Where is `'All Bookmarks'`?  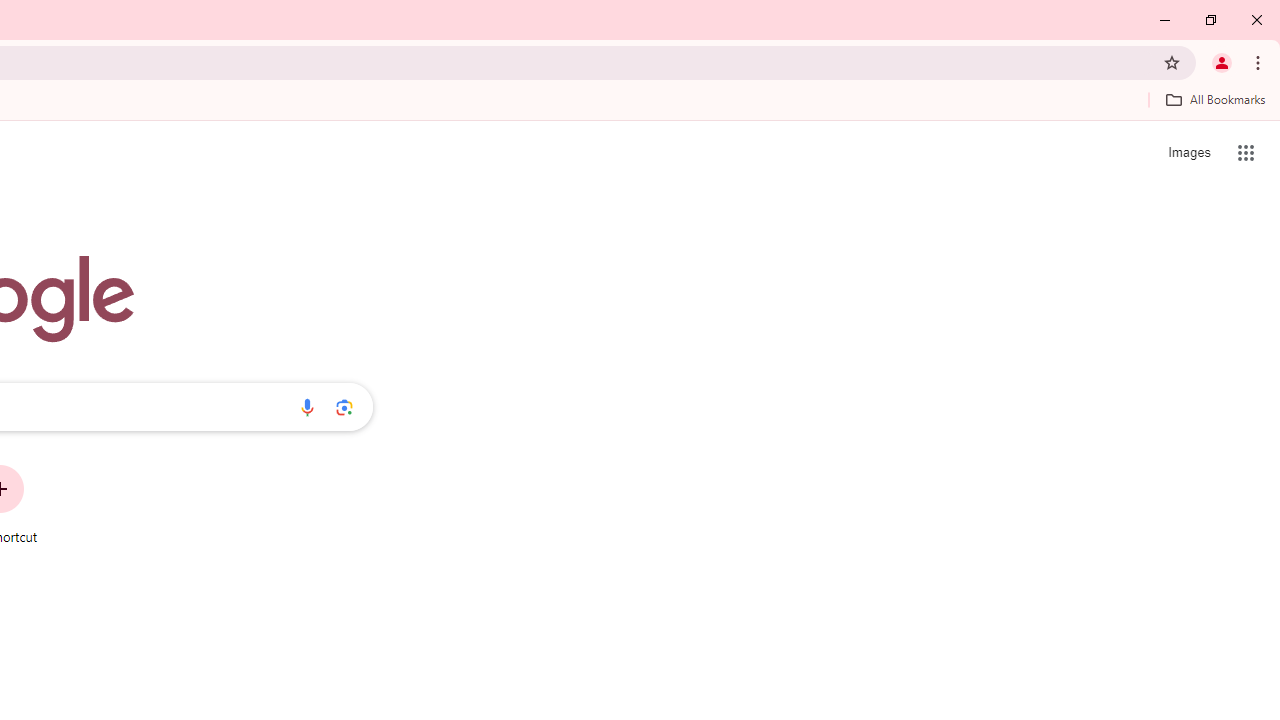 'All Bookmarks' is located at coordinates (1214, 99).